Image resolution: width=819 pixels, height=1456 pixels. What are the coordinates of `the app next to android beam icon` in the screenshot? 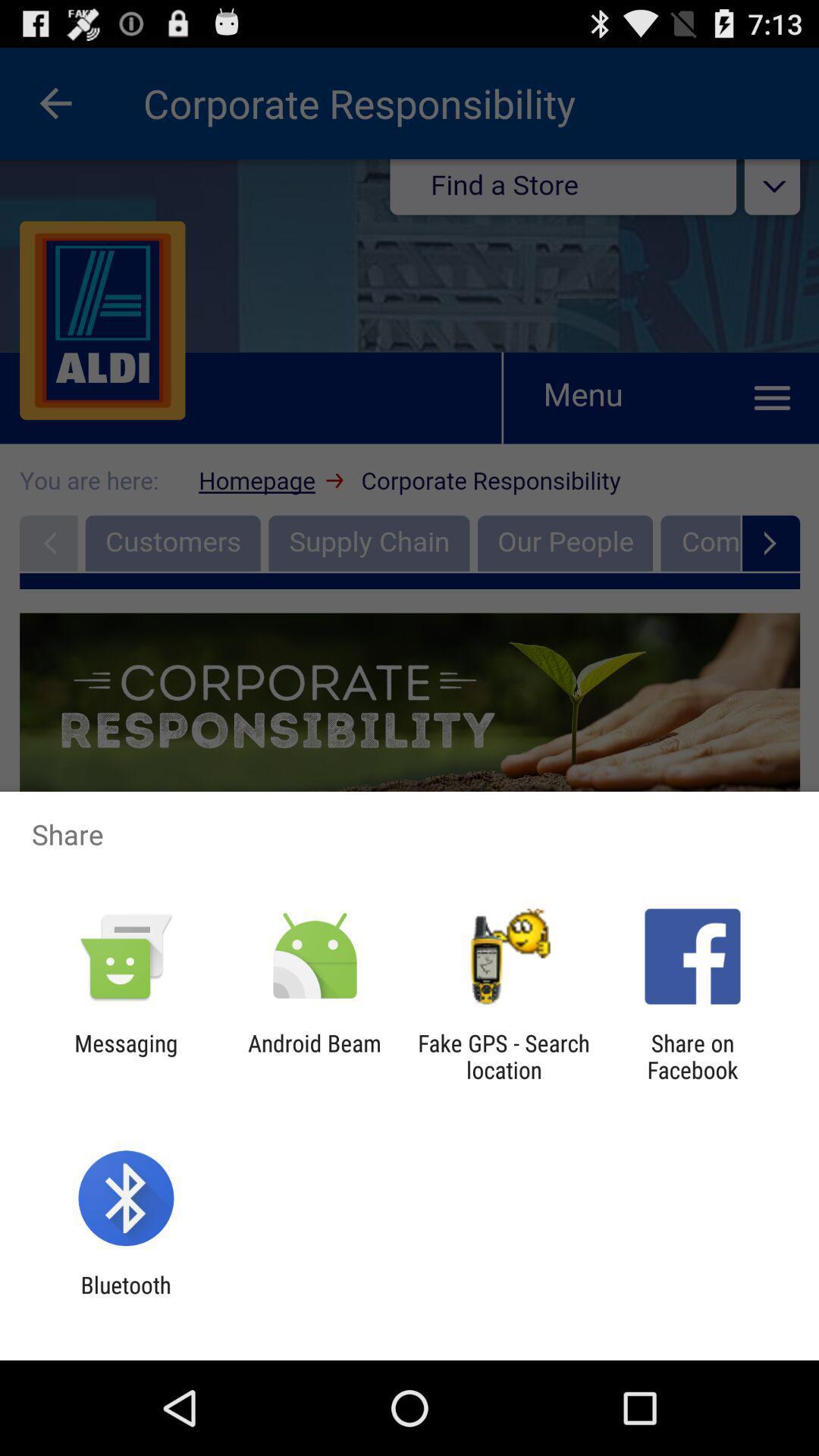 It's located at (125, 1056).